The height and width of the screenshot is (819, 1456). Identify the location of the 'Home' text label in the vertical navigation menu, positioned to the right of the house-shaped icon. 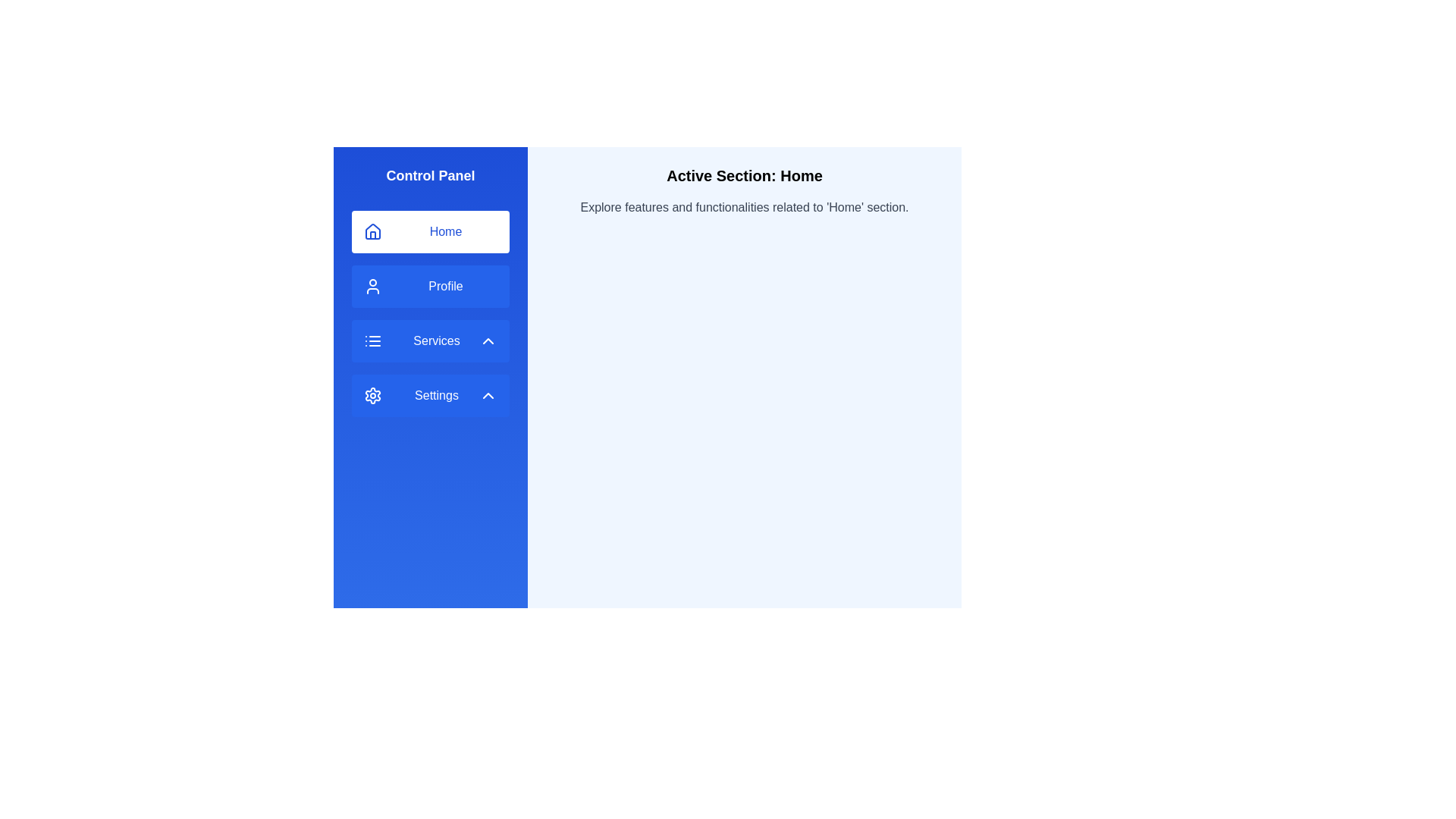
(445, 231).